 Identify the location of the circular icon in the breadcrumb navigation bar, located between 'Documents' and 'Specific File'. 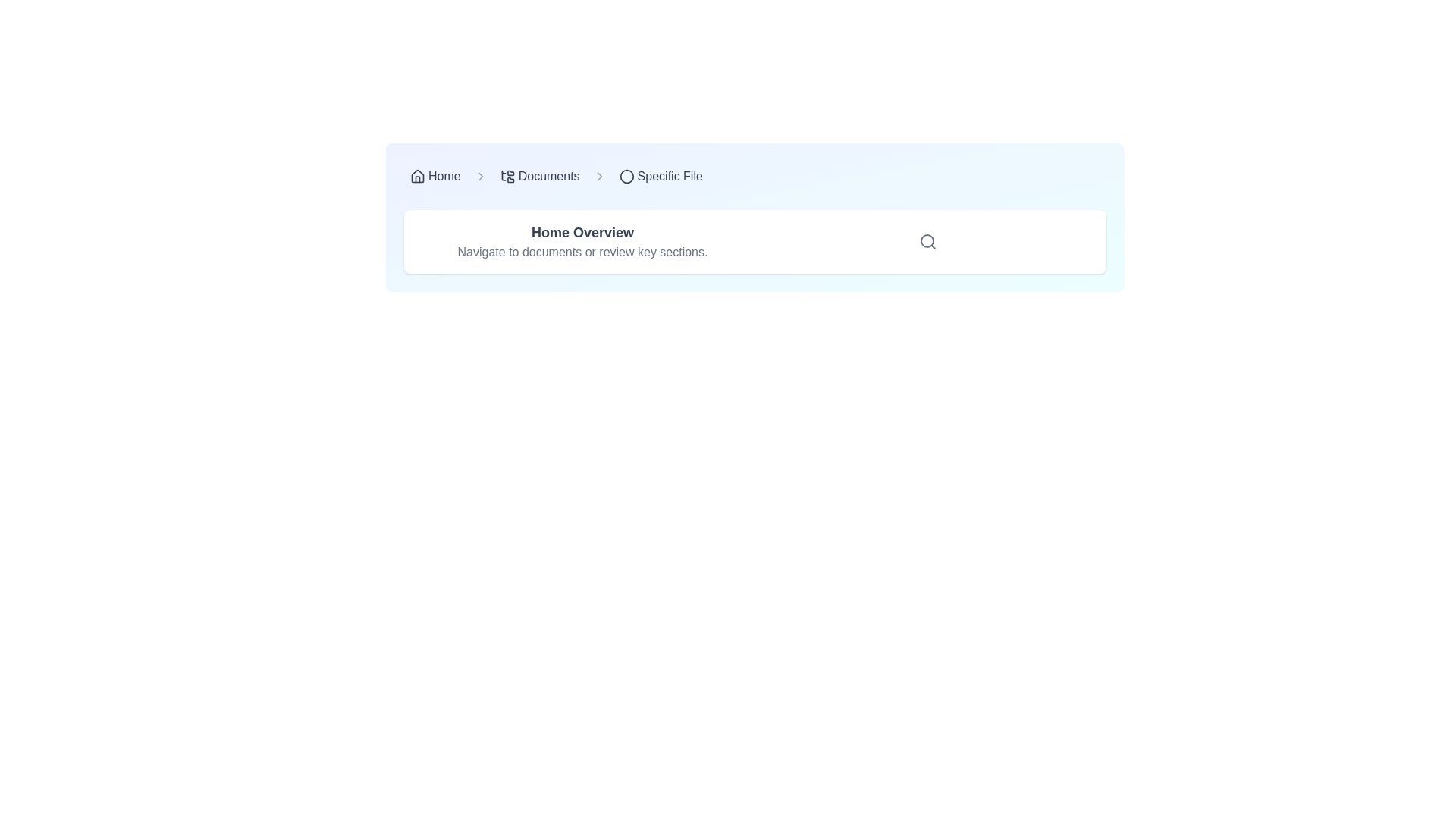
(626, 175).